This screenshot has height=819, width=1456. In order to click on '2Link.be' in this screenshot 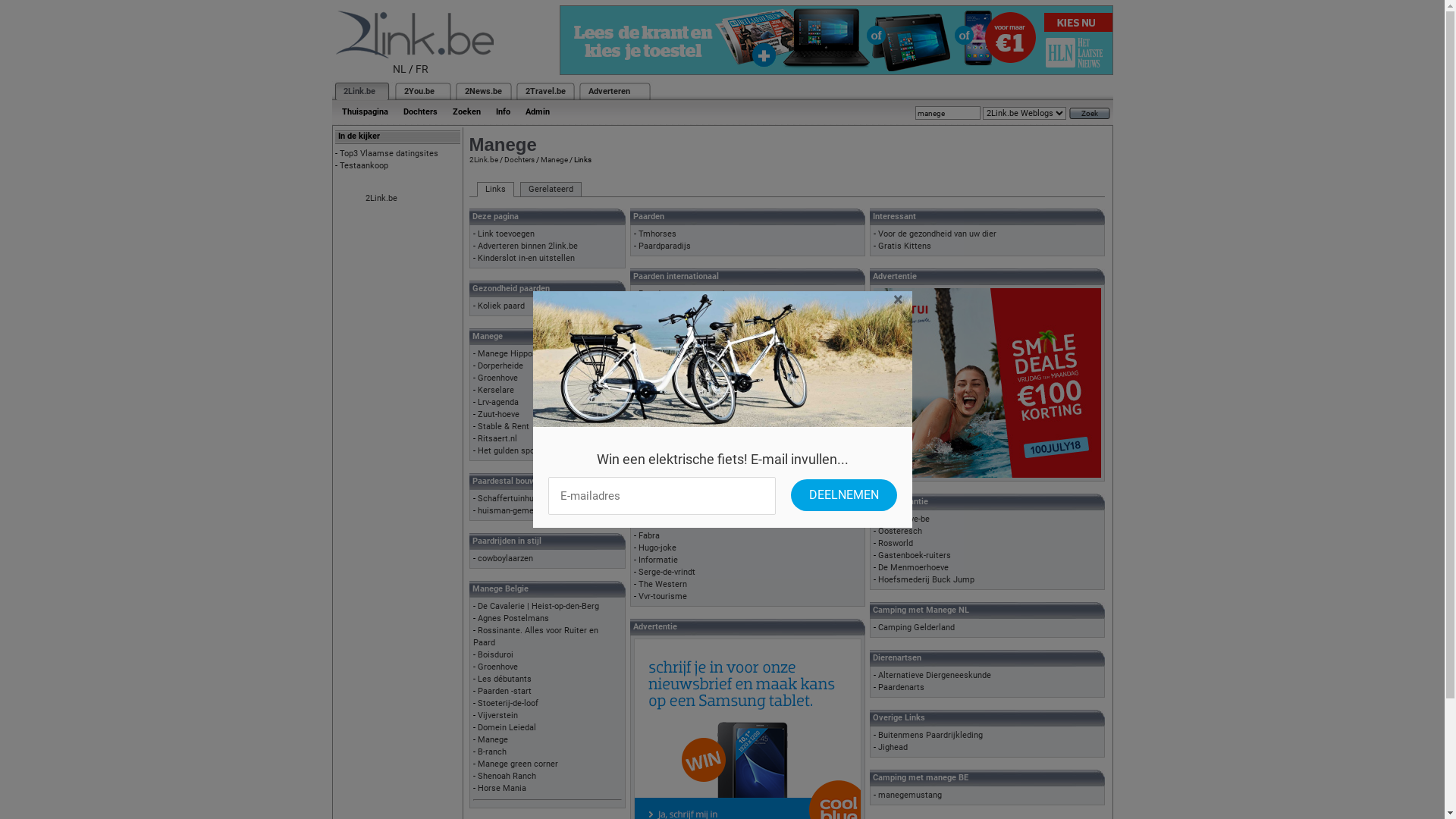, I will do `click(358, 91)`.